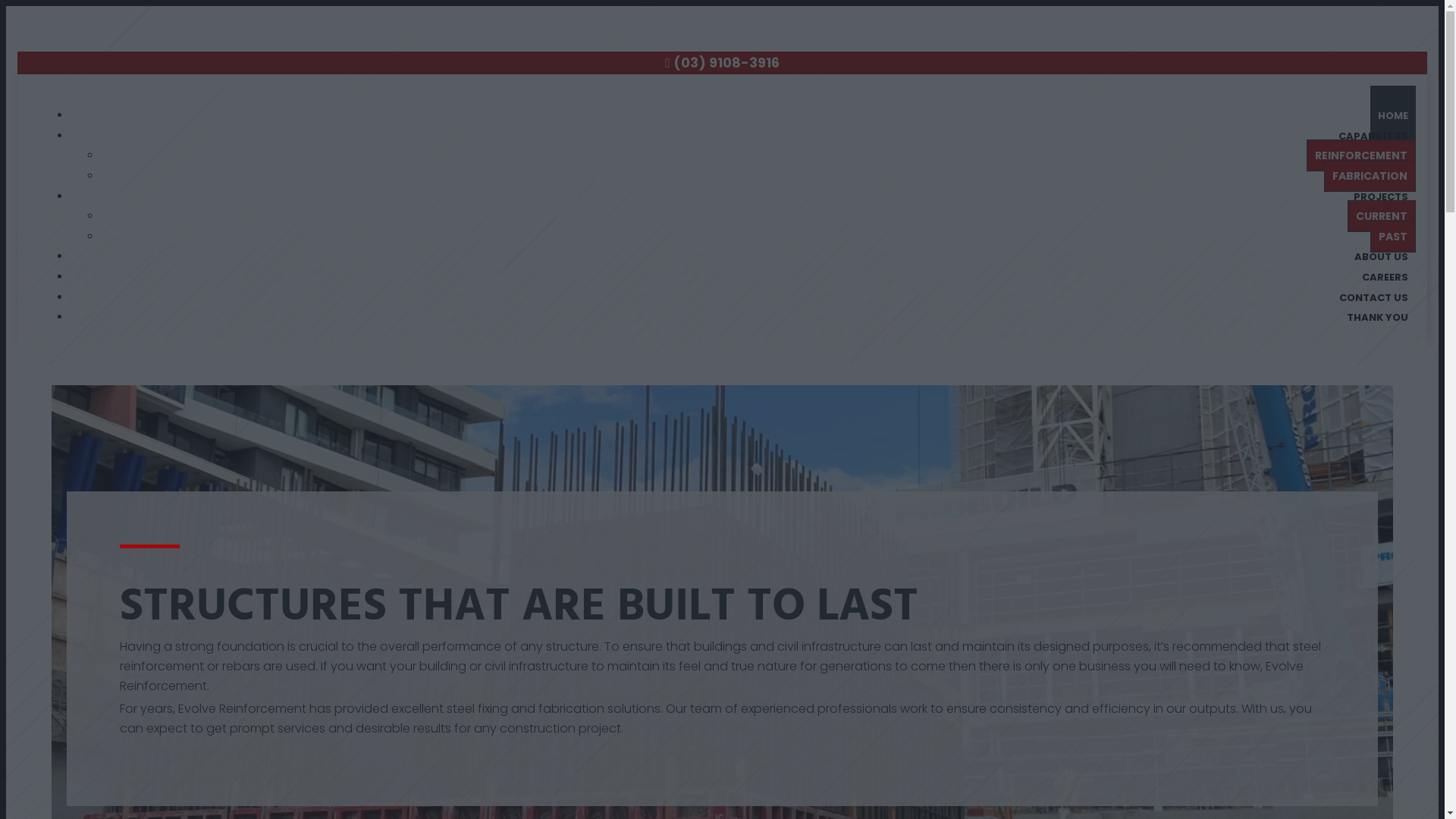 The width and height of the screenshot is (1456, 819). I want to click on 'THANK YOU', so click(1377, 316).